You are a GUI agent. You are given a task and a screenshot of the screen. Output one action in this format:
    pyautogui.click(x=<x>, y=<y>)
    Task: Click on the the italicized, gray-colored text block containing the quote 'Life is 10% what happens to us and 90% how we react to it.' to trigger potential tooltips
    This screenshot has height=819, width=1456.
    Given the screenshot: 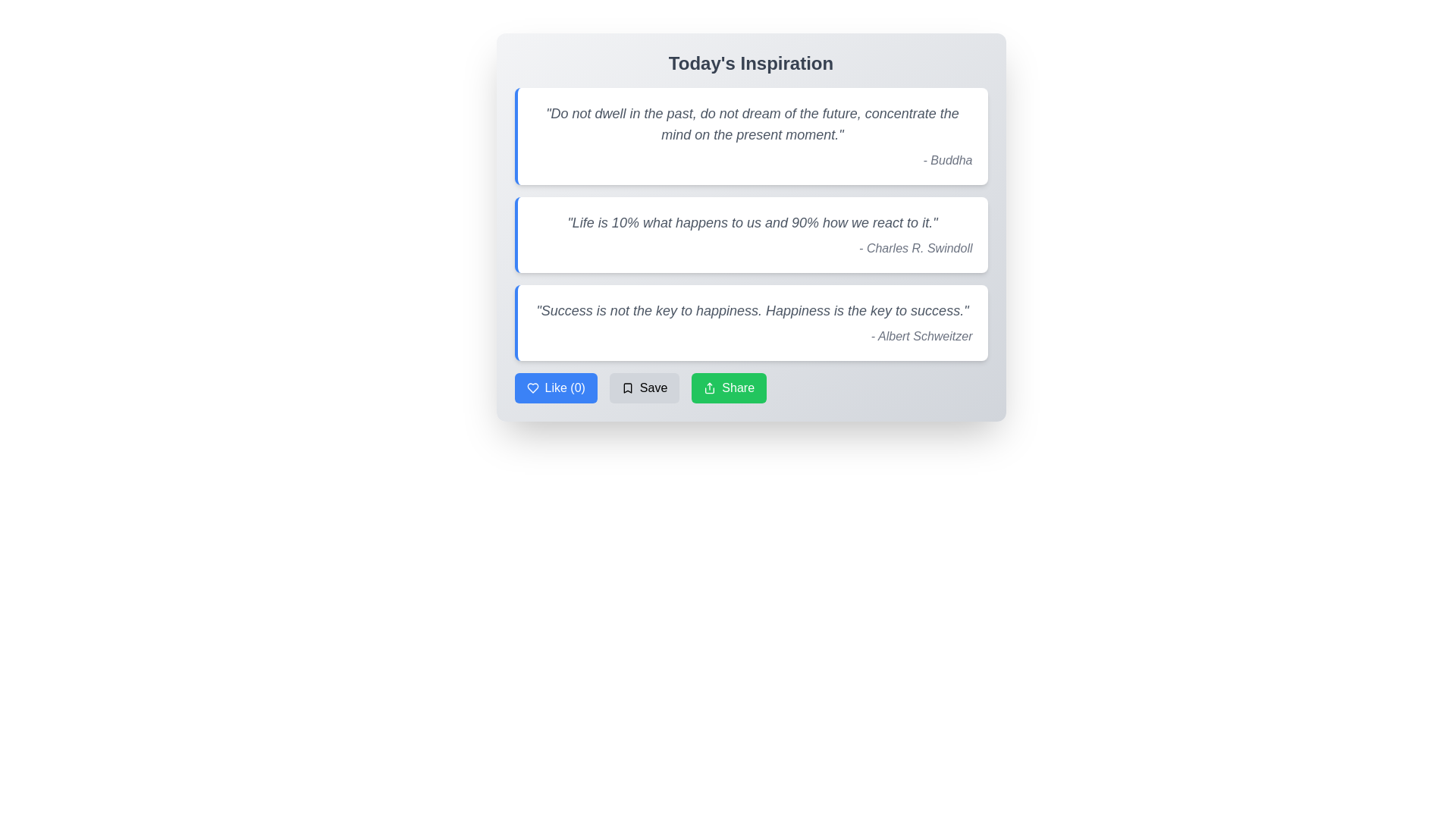 What is the action you would take?
    pyautogui.click(x=752, y=222)
    